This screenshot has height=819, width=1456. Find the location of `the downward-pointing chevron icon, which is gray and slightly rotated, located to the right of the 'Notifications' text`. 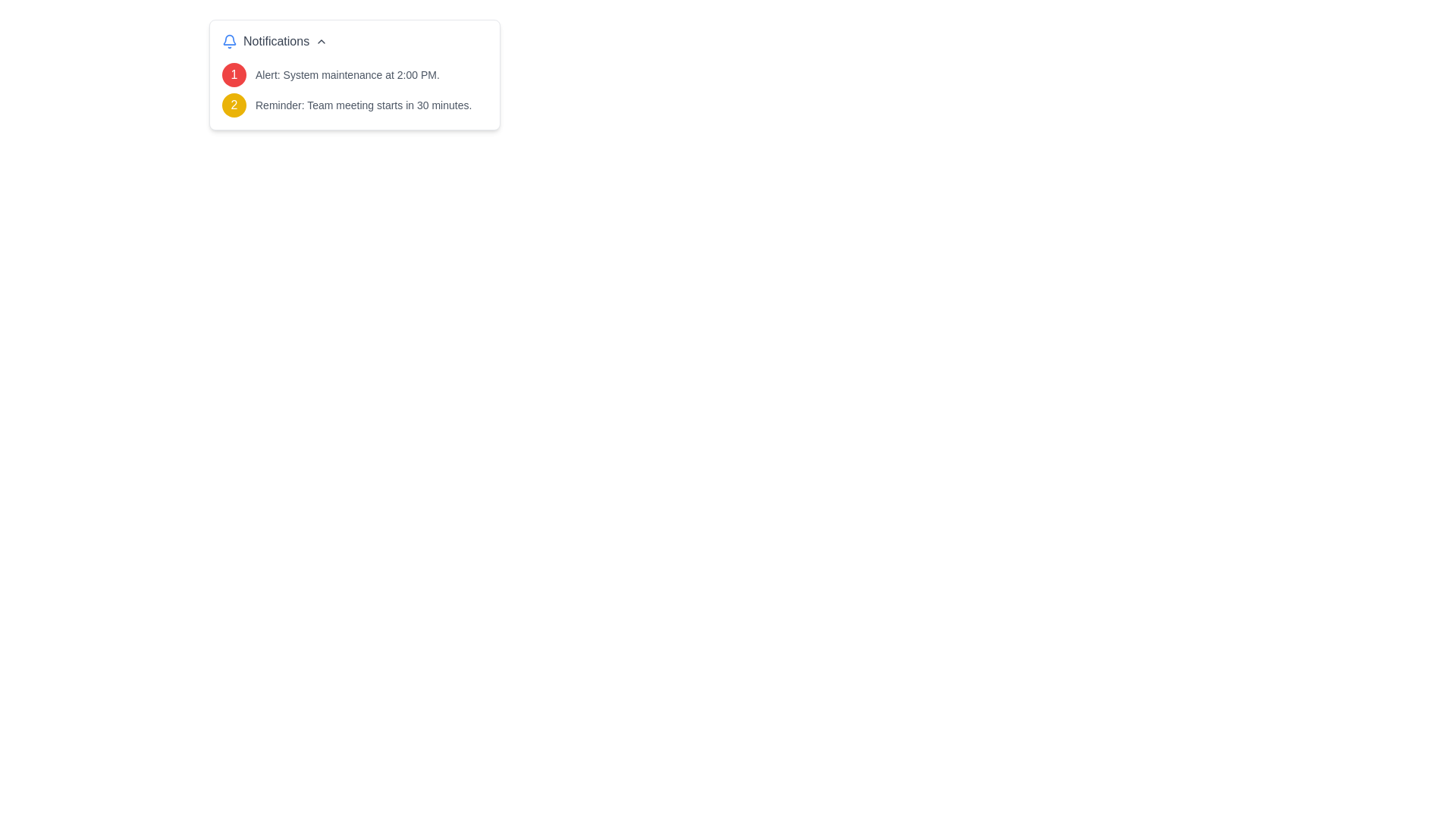

the downward-pointing chevron icon, which is gray and slightly rotated, located to the right of the 'Notifications' text is located at coordinates (321, 40).